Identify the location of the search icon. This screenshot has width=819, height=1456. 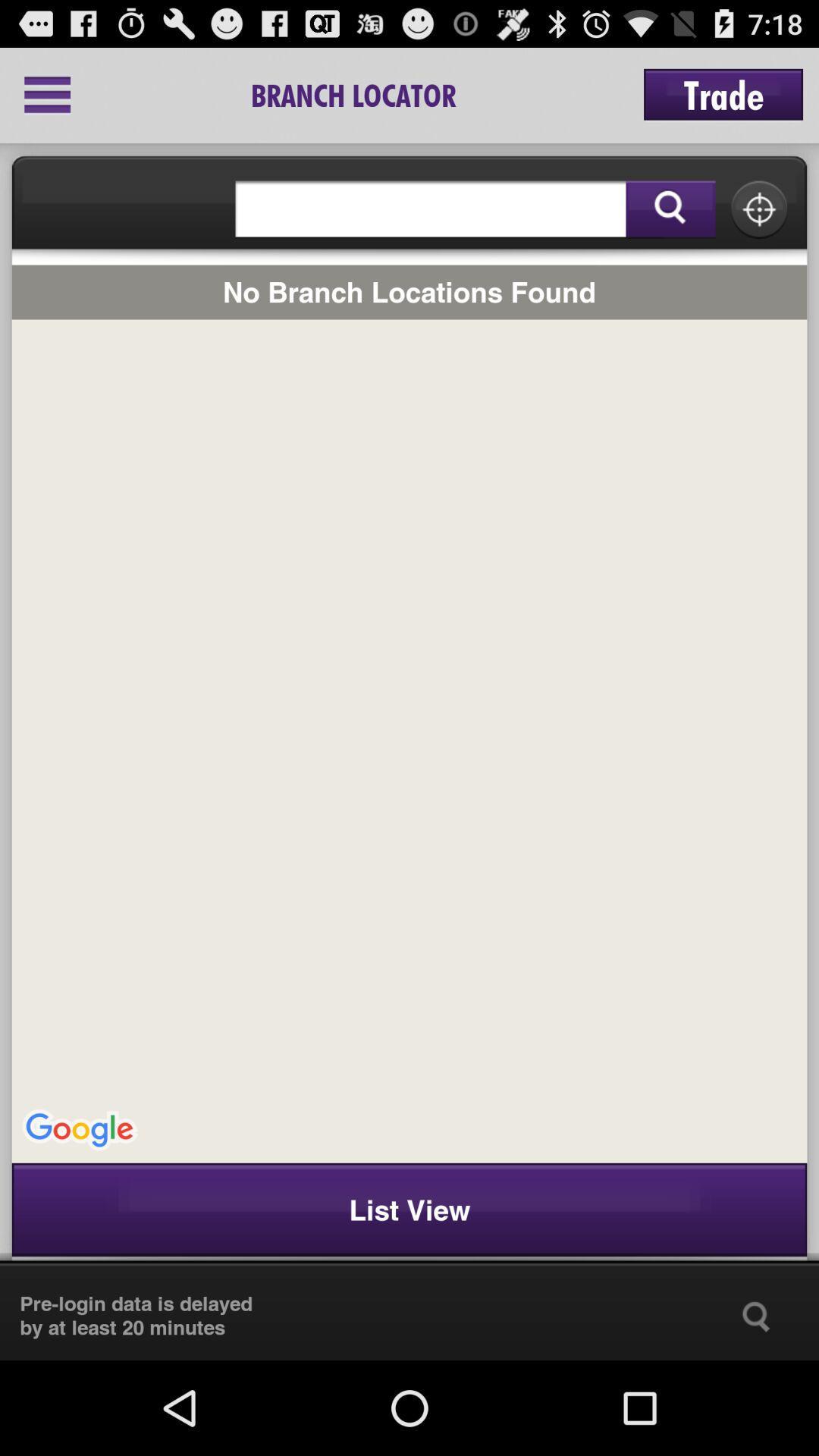
(756, 1407).